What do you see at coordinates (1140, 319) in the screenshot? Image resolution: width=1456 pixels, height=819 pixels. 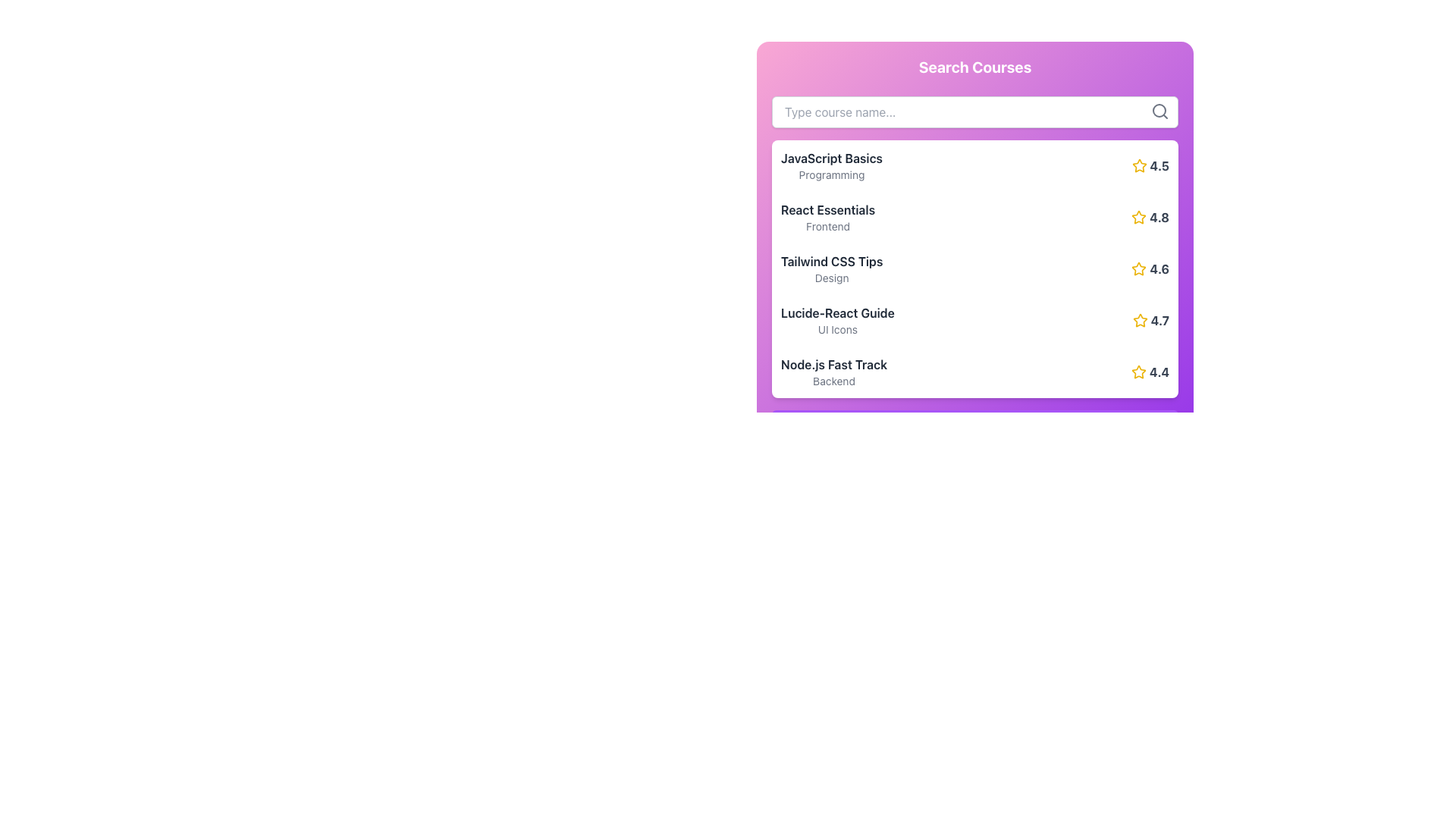 I see `the fourth yellow star icon in the rating visualization system, which is aligned with the 'Lucide-React Guide' list item and positioned next to the text '4.7'` at bounding box center [1140, 319].